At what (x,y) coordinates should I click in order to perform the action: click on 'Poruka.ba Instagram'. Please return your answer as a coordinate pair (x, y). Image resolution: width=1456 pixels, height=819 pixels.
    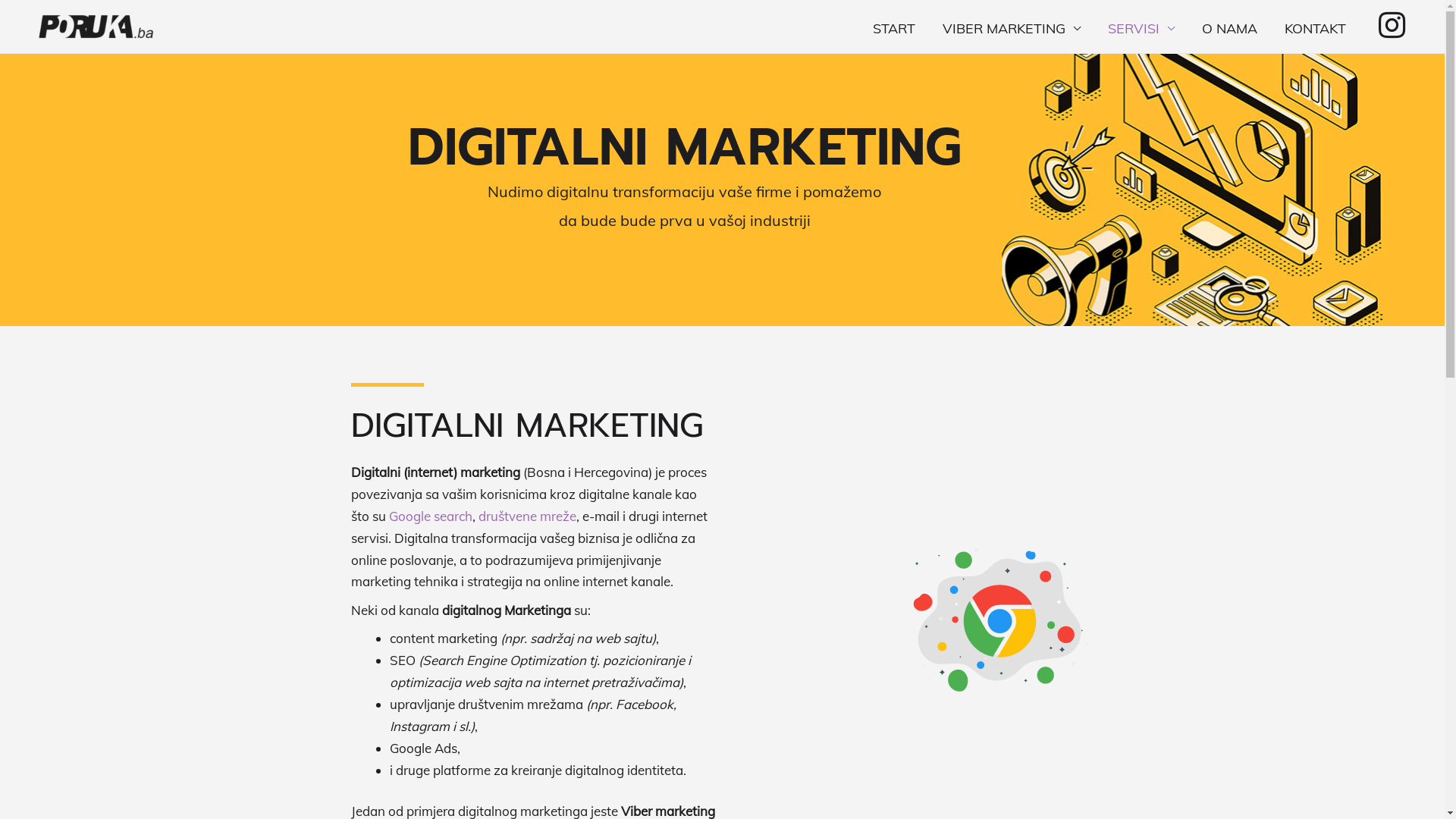
    Looking at the image, I should click on (1392, 25).